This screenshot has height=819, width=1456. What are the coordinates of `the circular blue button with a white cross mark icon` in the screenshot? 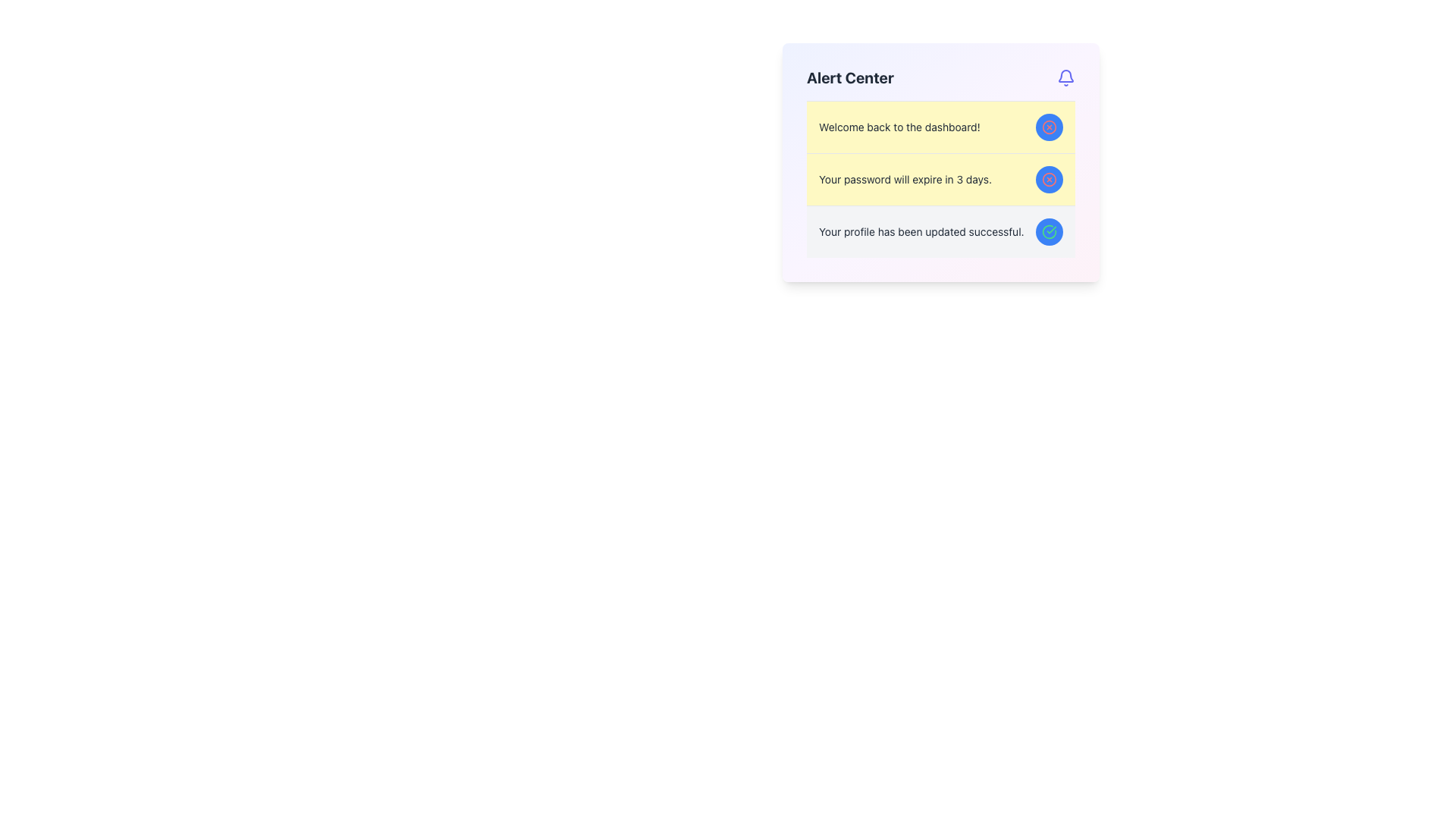 It's located at (1048, 178).